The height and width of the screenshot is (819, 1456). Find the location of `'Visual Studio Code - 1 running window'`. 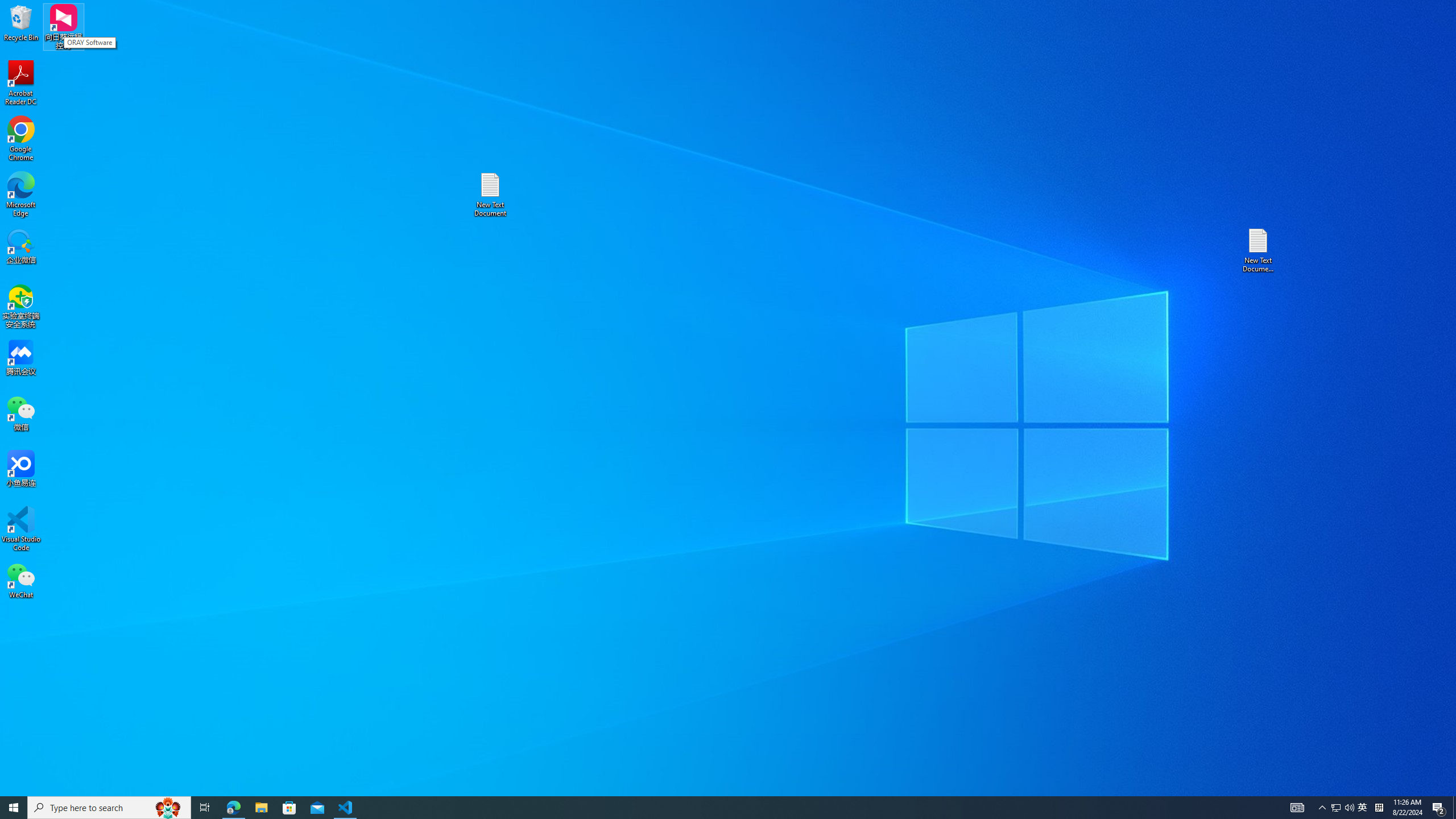

'Visual Studio Code - 1 running window' is located at coordinates (345, 806).